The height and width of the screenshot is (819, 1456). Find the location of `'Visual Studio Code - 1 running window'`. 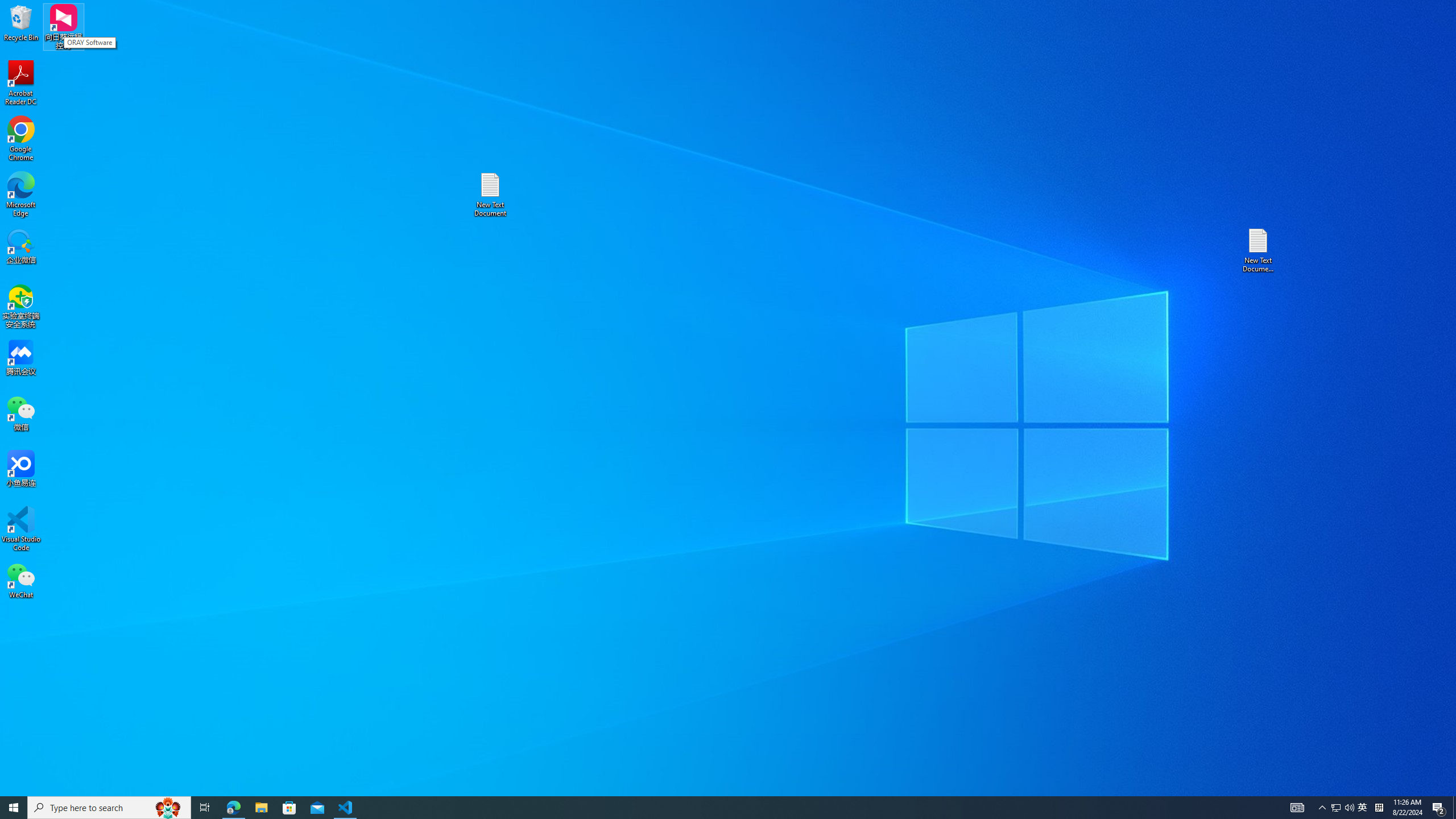

'Visual Studio Code - 1 running window' is located at coordinates (345, 806).